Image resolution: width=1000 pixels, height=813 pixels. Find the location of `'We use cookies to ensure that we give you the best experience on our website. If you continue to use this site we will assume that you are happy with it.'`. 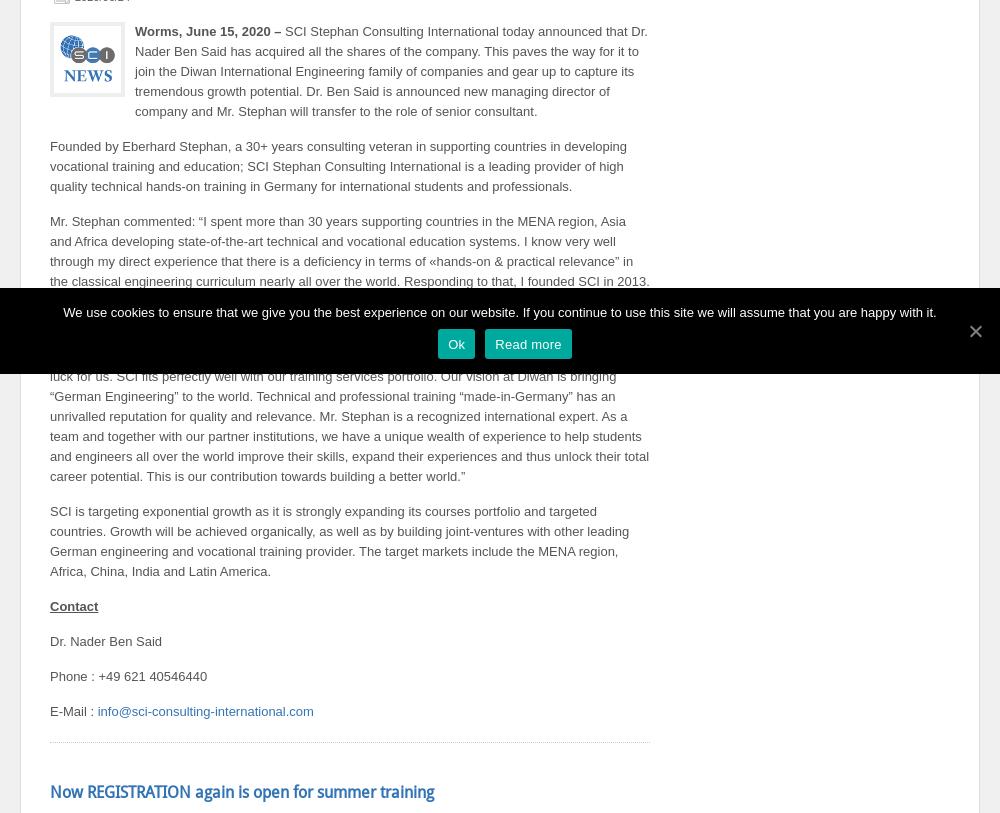

'We use cookies to ensure that we give you the best experience on our website. If you continue to use this site we will assume that you are happy with it.' is located at coordinates (62, 311).